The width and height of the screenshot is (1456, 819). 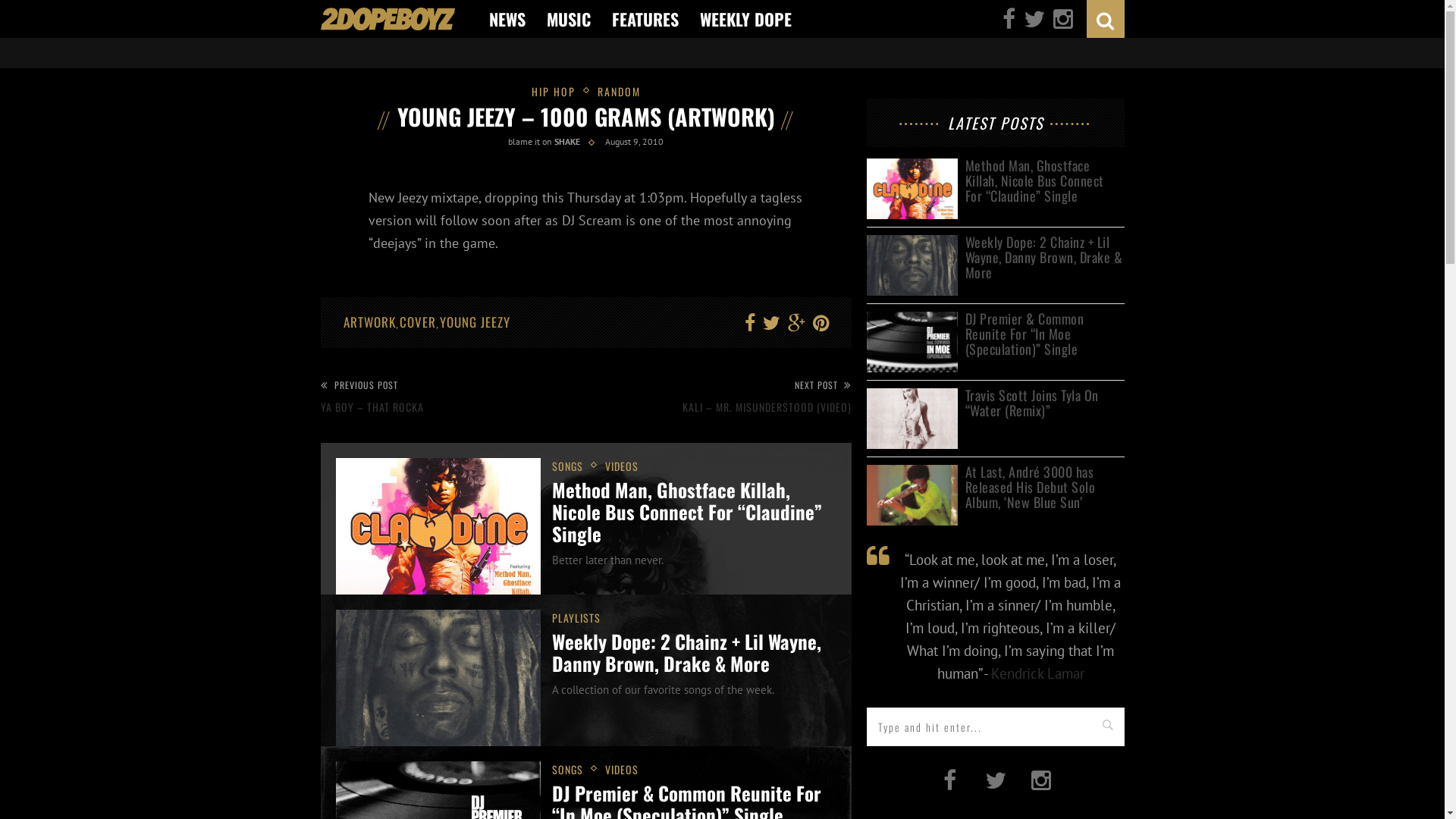 I want to click on 'Kendrick Lamar', so click(x=1036, y=672).